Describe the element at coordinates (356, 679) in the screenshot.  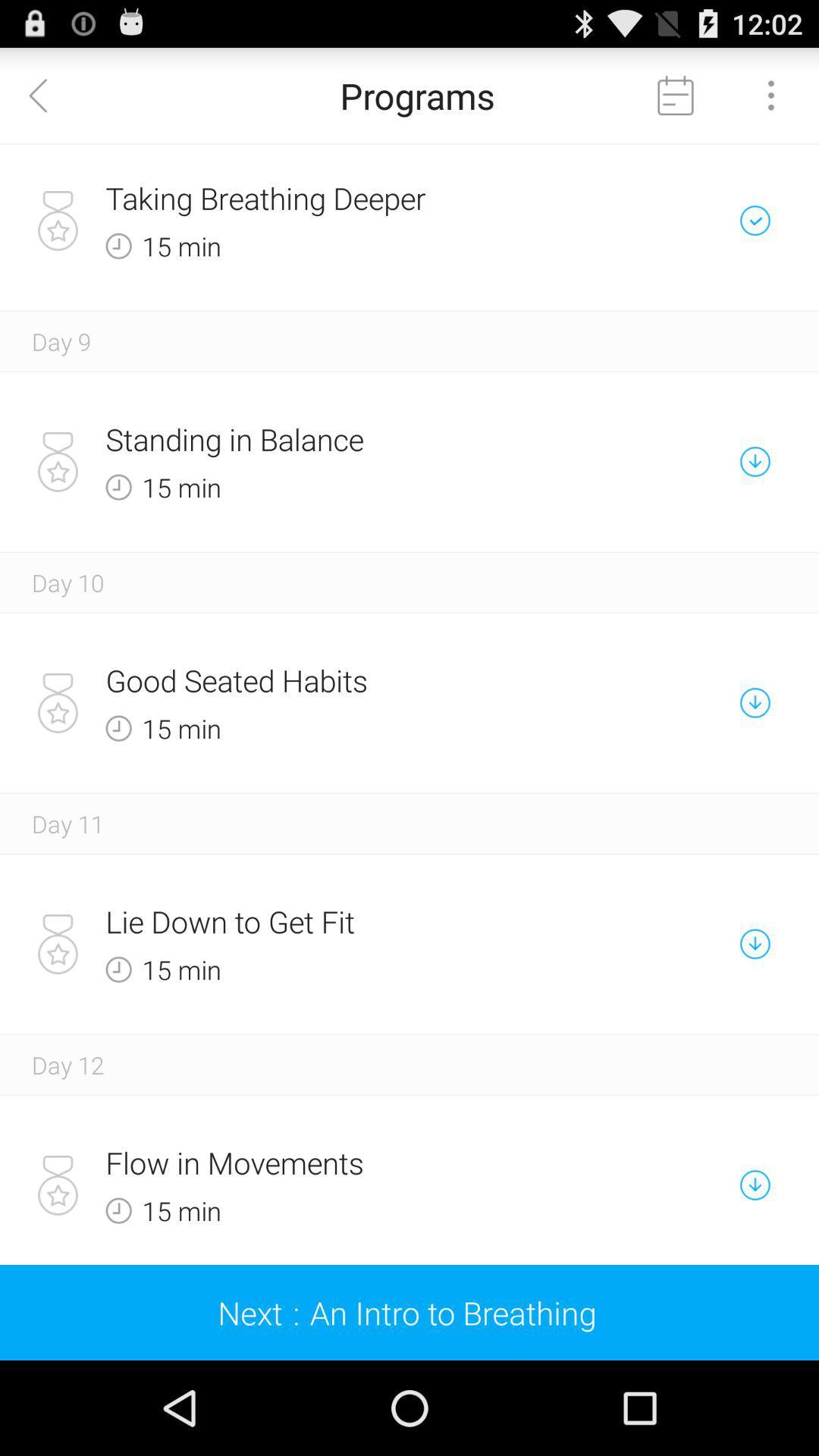
I see `the item above 15 min` at that location.